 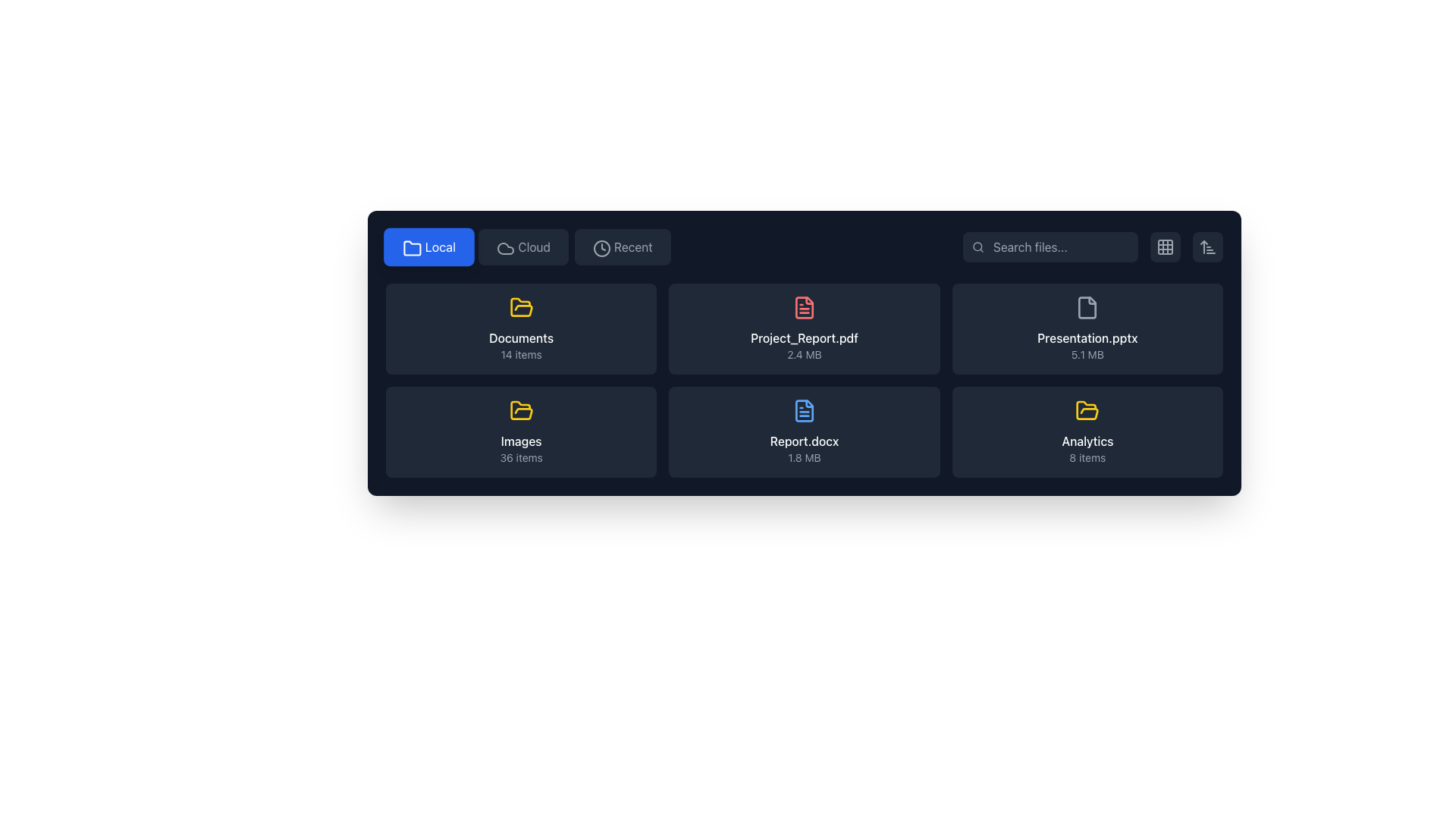 I want to click on the file entry titled 'Presentation.pptx' with a file size of '5.1 MB', so click(x=1087, y=328).